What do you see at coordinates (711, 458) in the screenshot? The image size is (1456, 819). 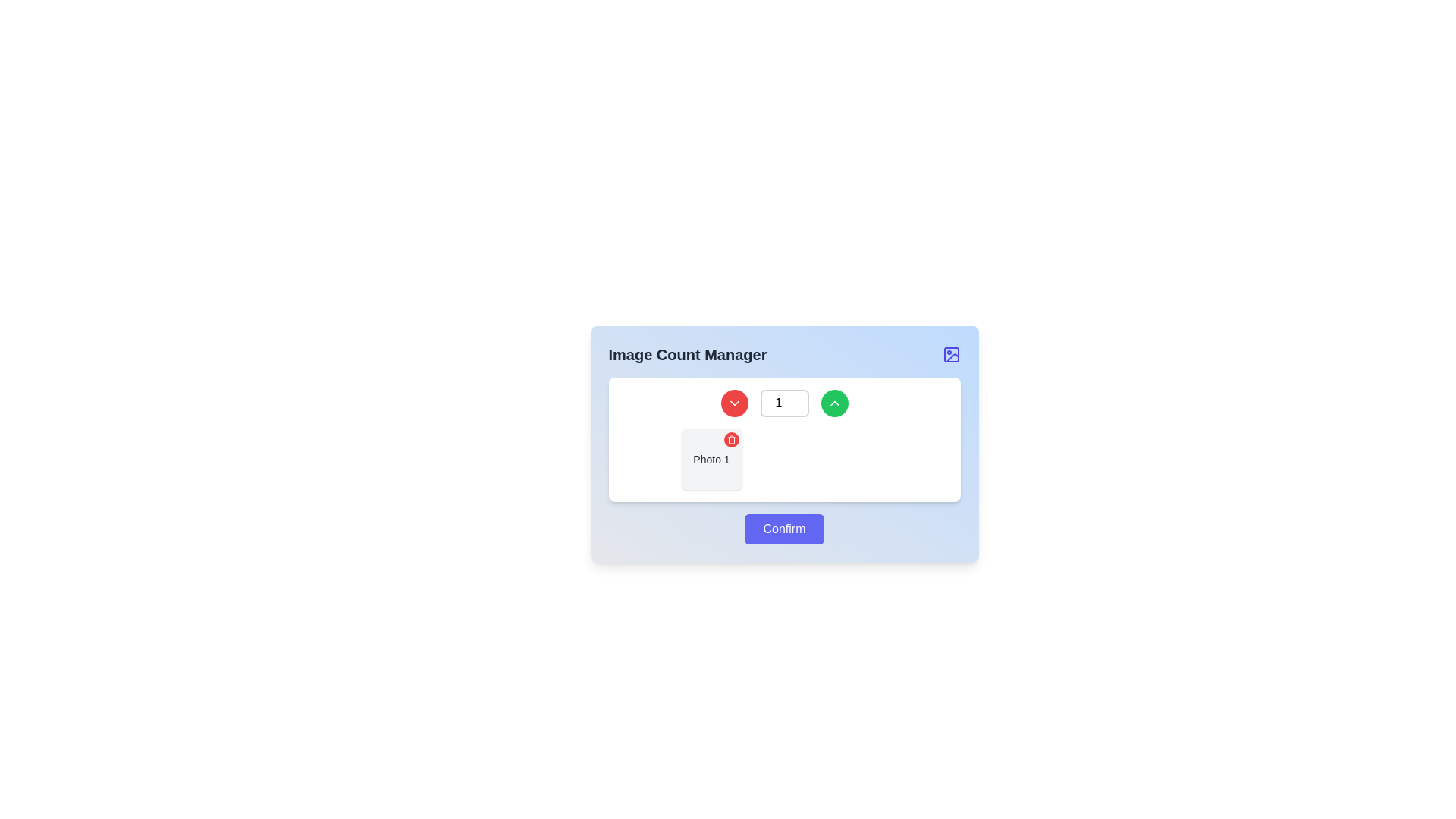 I see `the square-shaped card labeled 'Photo 1' with a remove button in the top-right corner` at bounding box center [711, 458].